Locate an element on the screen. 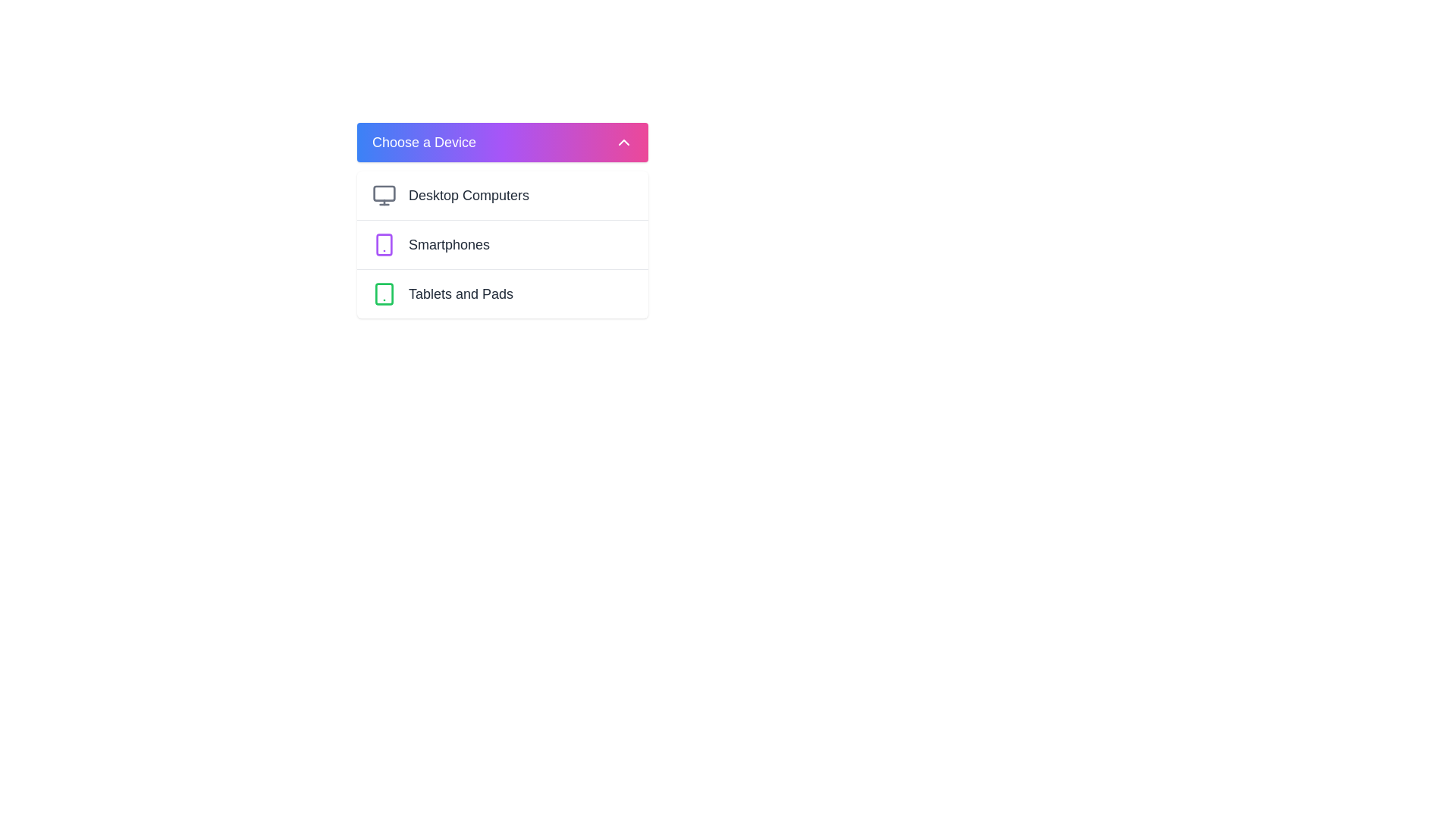 This screenshot has height=819, width=1456. the 'Smartphones' button located in the dropdown menu under 'Choose a Device' is located at coordinates (502, 243).